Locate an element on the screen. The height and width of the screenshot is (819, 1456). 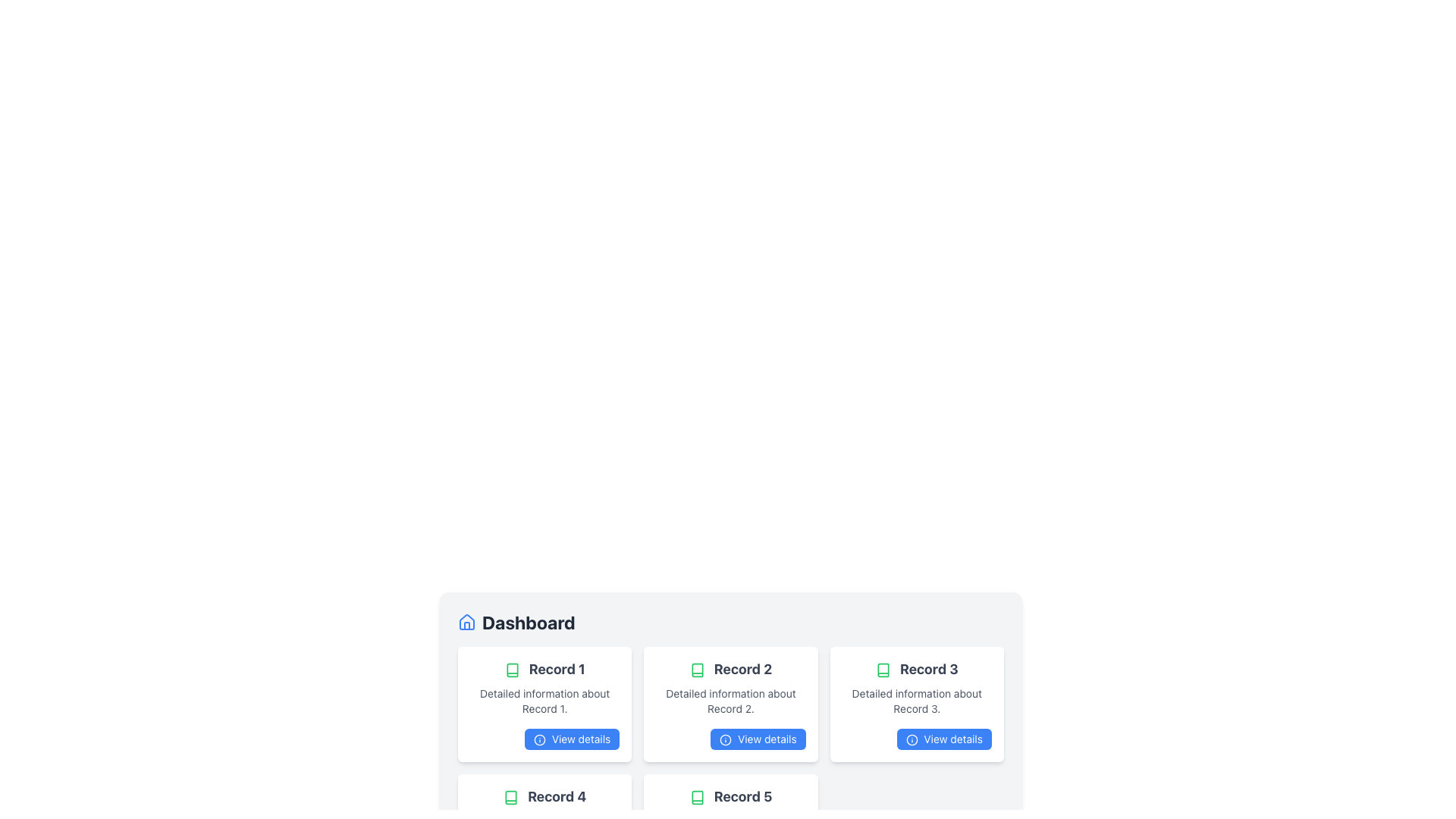
the rectangular button with a blue background and the label 'View details' is located at coordinates (943, 739).